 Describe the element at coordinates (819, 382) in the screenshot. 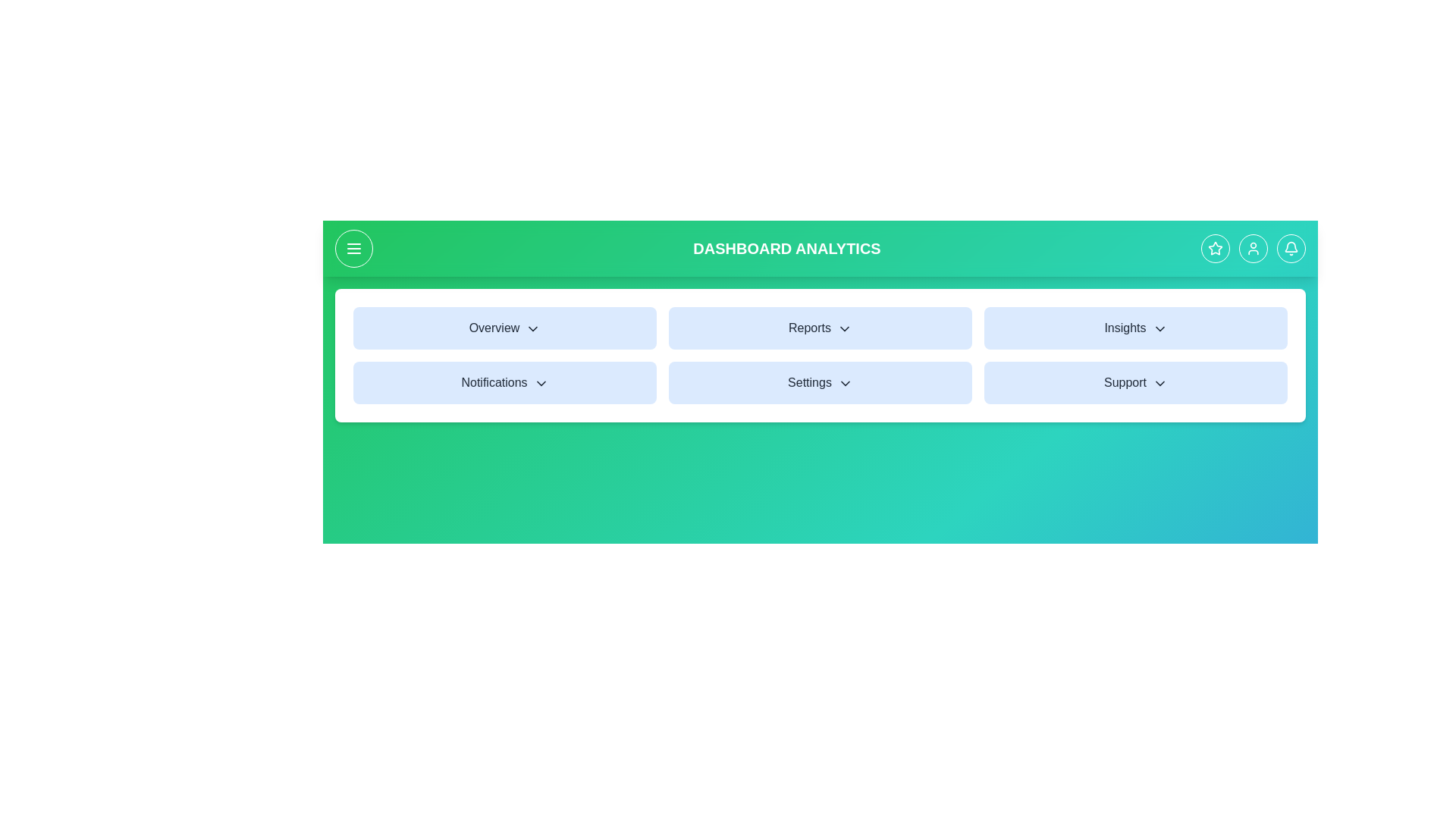

I see `the Settings menu item to open its dropdown` at that location.